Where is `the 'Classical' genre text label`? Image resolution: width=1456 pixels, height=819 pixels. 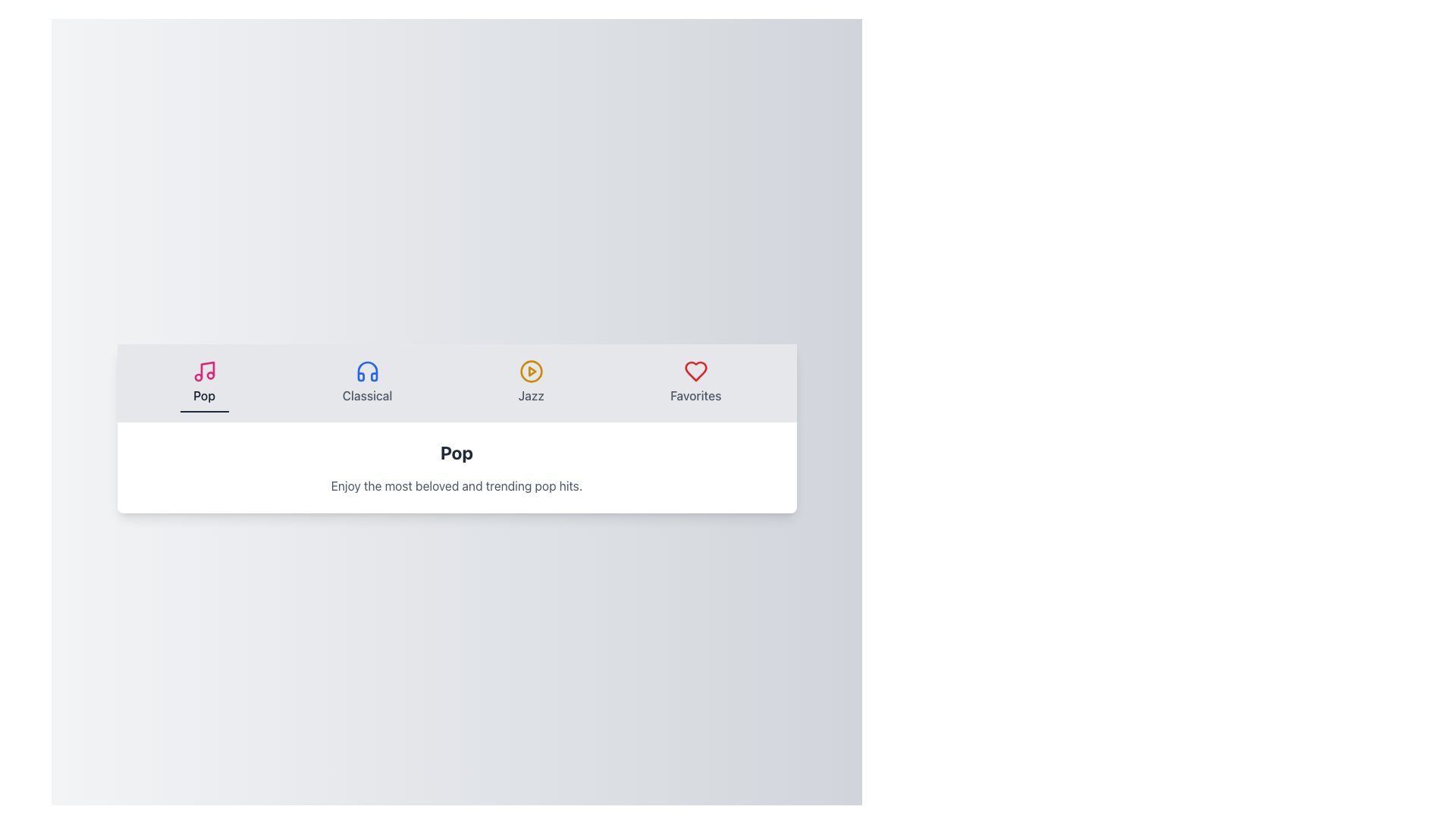
the 'Classical' genre text label is located at coordinates (367, 394).